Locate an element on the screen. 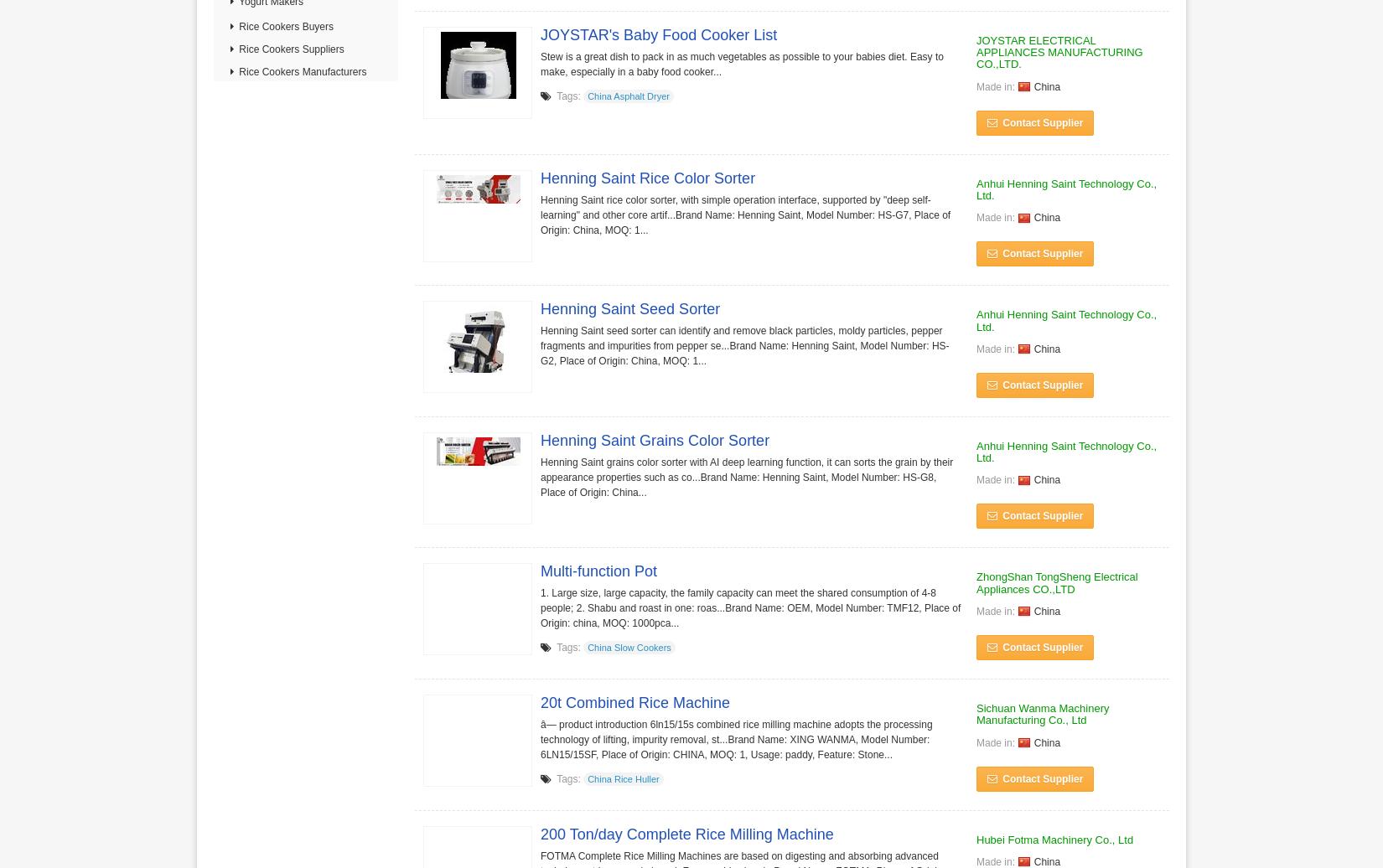  'Rice Cookers Buyers' is located at coordinates (285, 27).